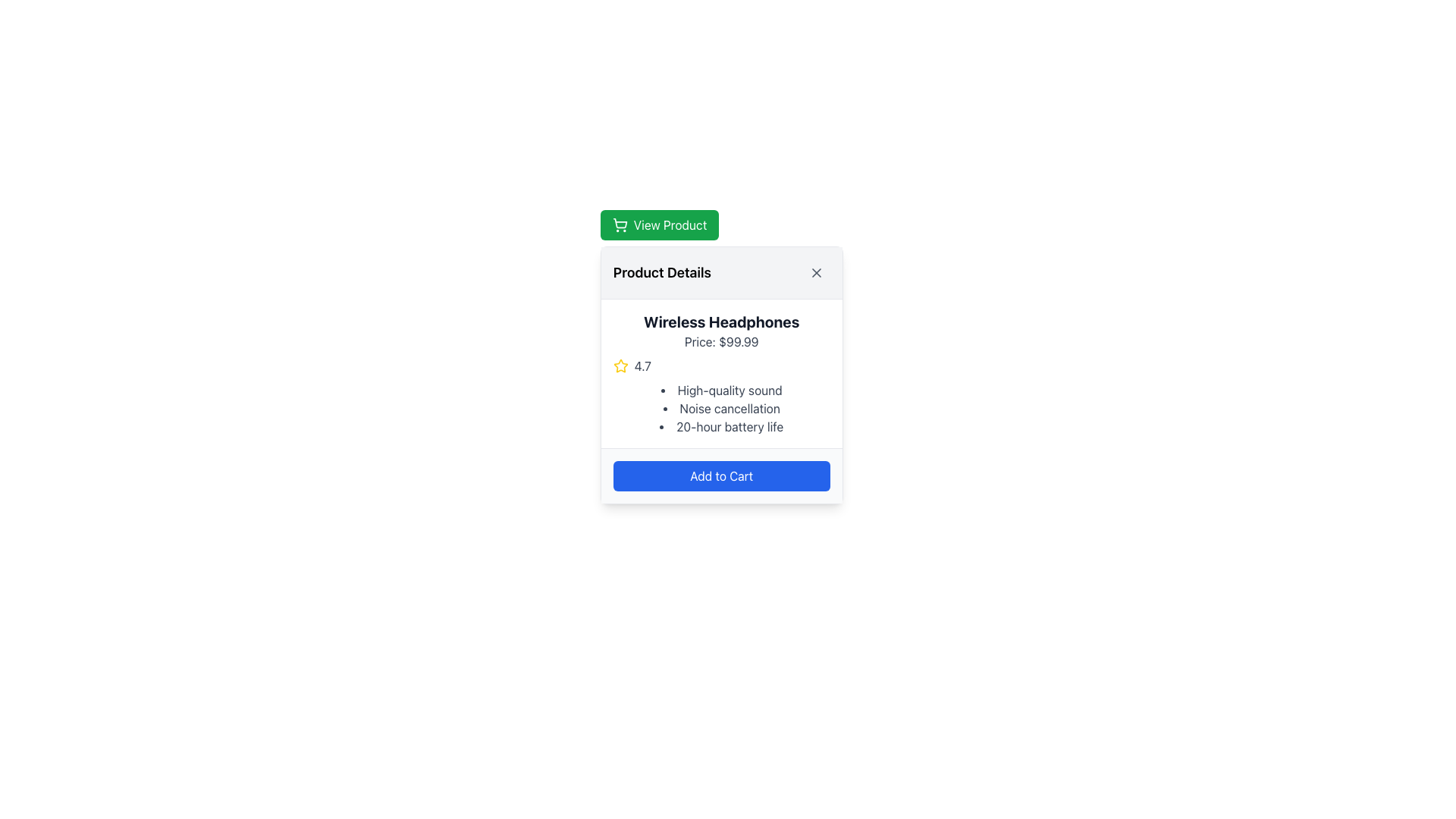  Describe the element at coordinates (662, 271) in the screenshot. I see `the 'Product Details' text label, which is styled with a bold, large black font and positioned within a light gray header bar at the top of a modal window` at that location.